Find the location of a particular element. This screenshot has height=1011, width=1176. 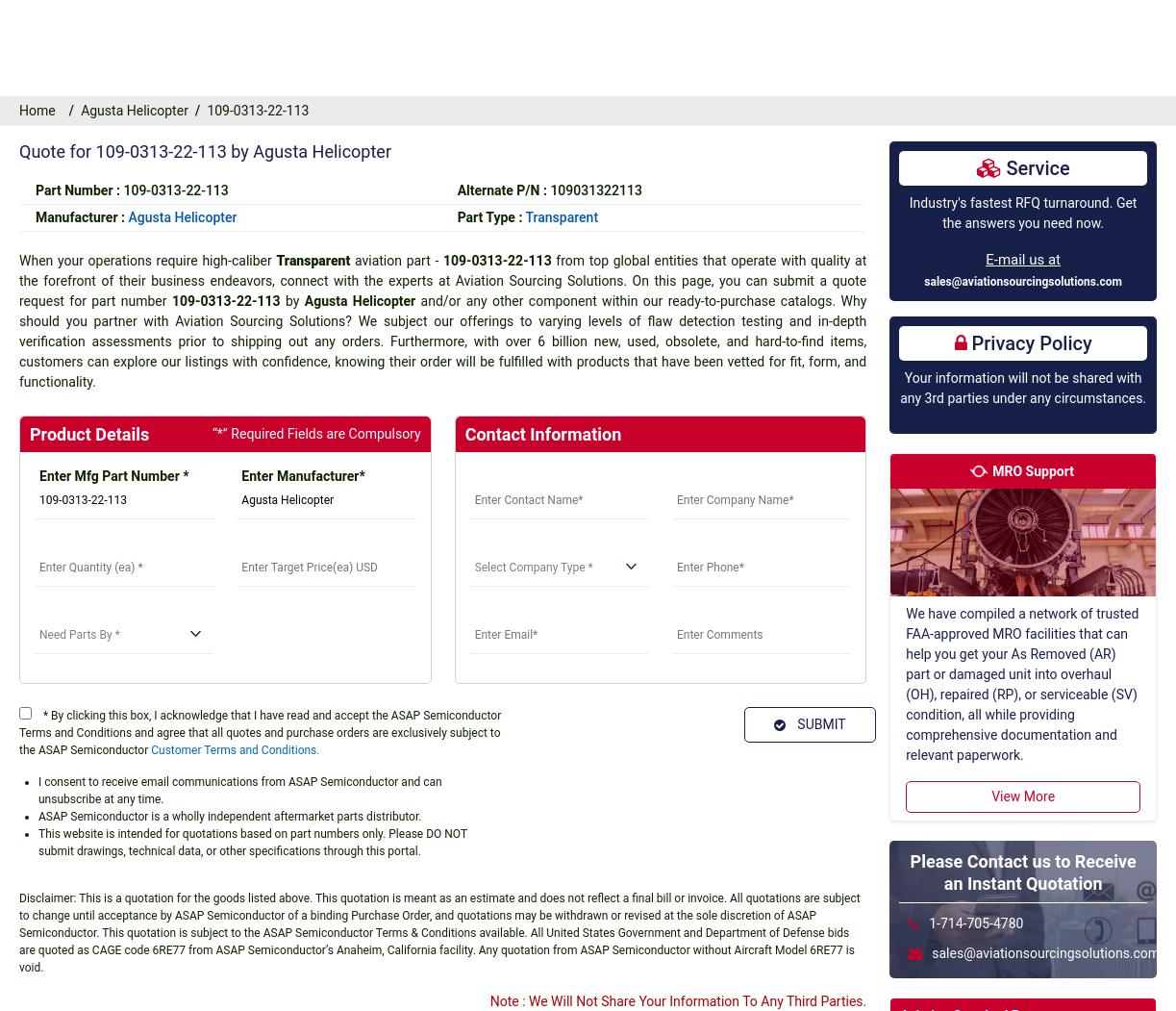

'Semiconductor’s Certifications and Memberships' is located at coordinates (636, 732).